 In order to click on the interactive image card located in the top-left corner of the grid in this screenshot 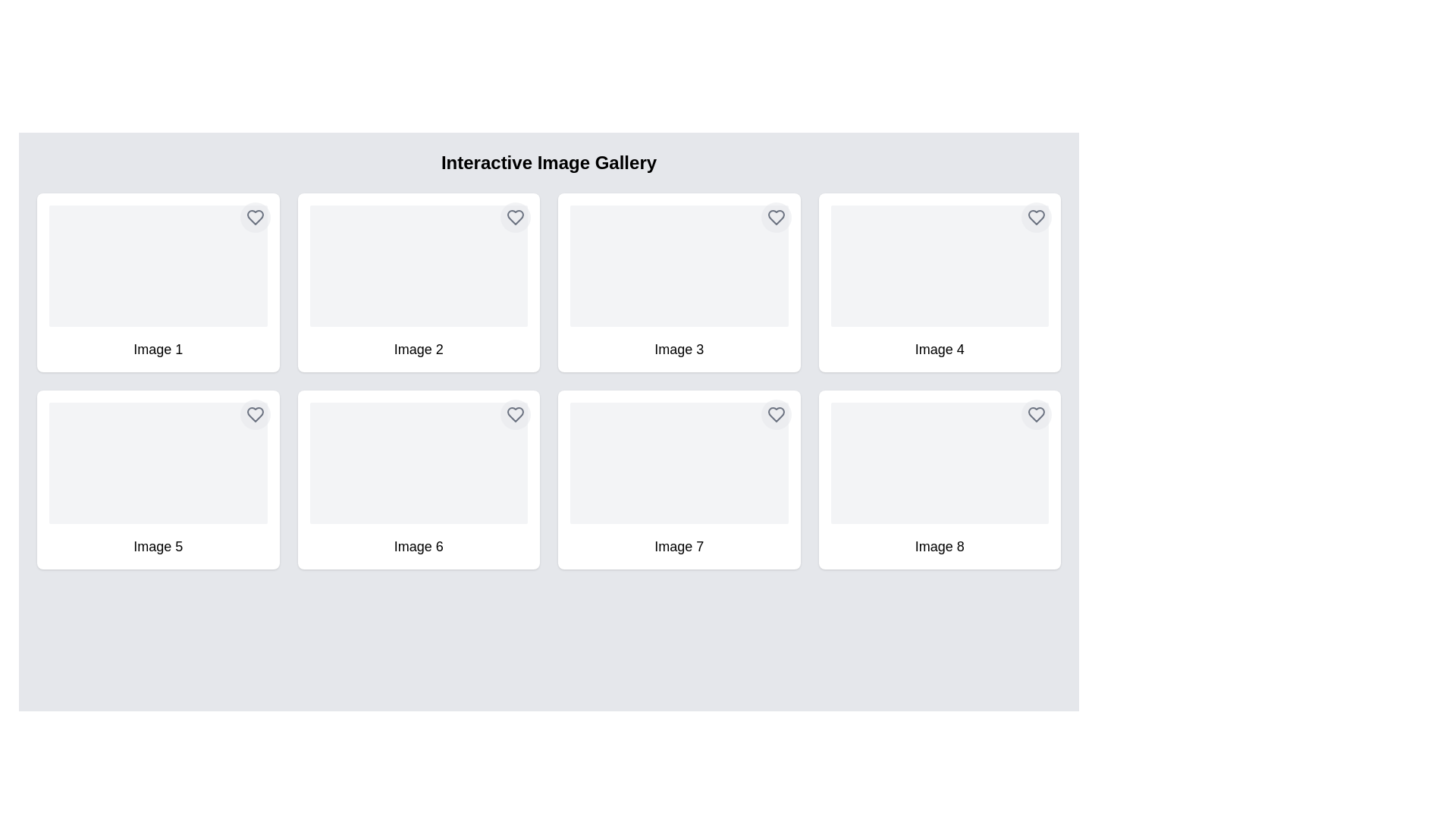, I will do `click(158, 283)`.